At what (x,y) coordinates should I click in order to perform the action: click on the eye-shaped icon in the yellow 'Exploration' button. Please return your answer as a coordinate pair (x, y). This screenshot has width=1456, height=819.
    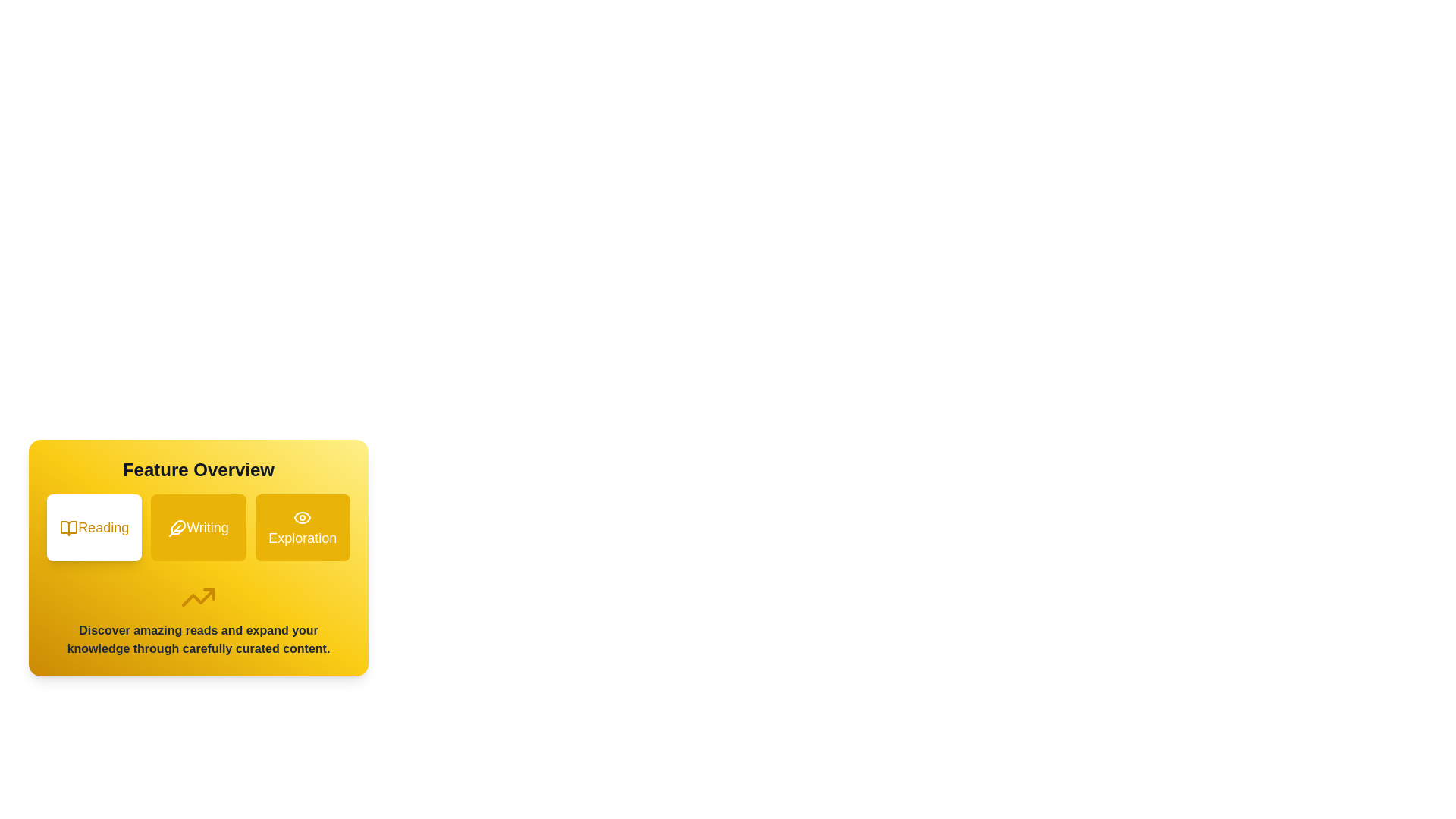
    Looking at the image, I should click on (303, 517).